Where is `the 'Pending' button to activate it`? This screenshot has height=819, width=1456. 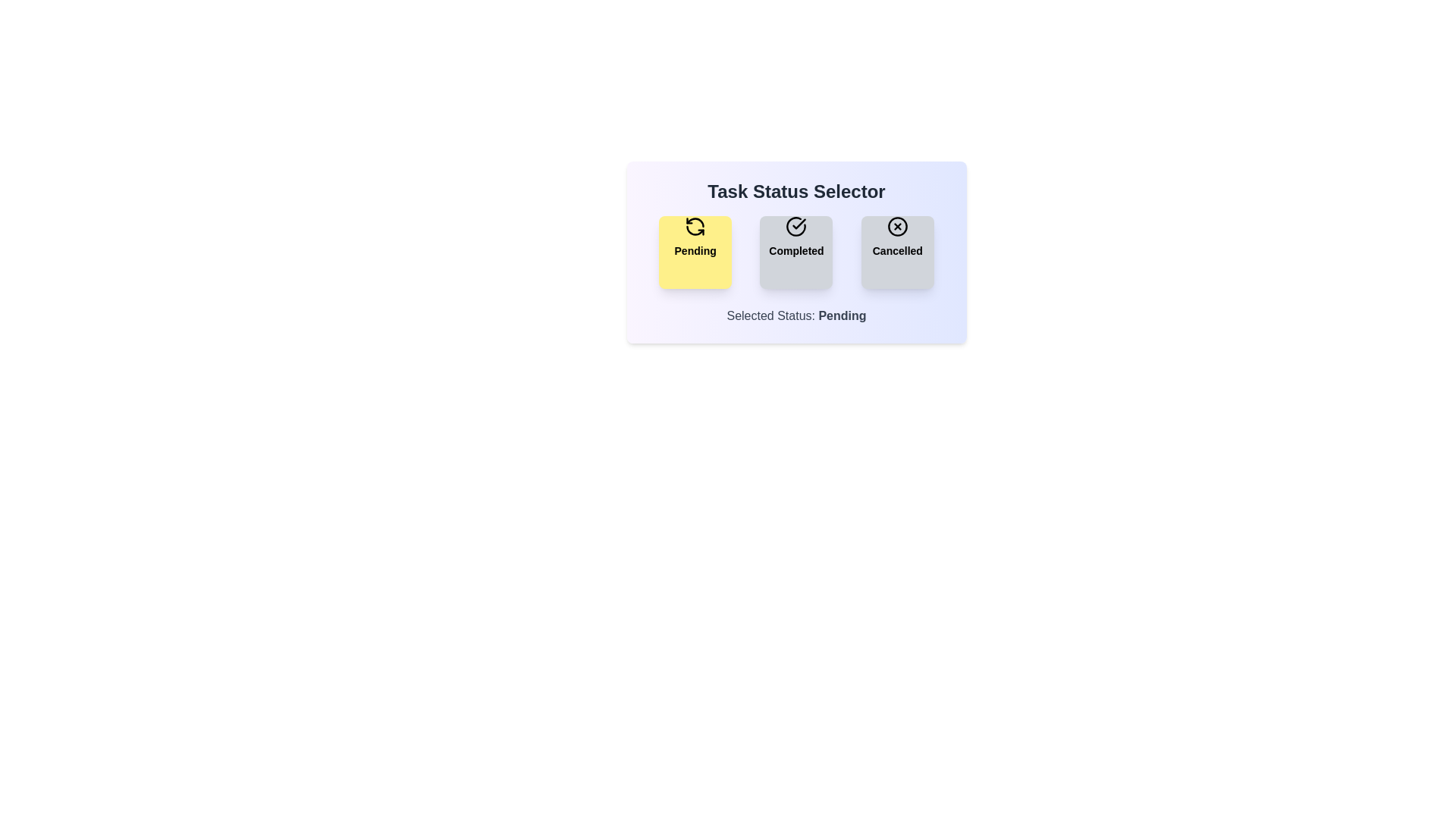
the 'Pending' button to activate it is located at coordinates (695, 251).